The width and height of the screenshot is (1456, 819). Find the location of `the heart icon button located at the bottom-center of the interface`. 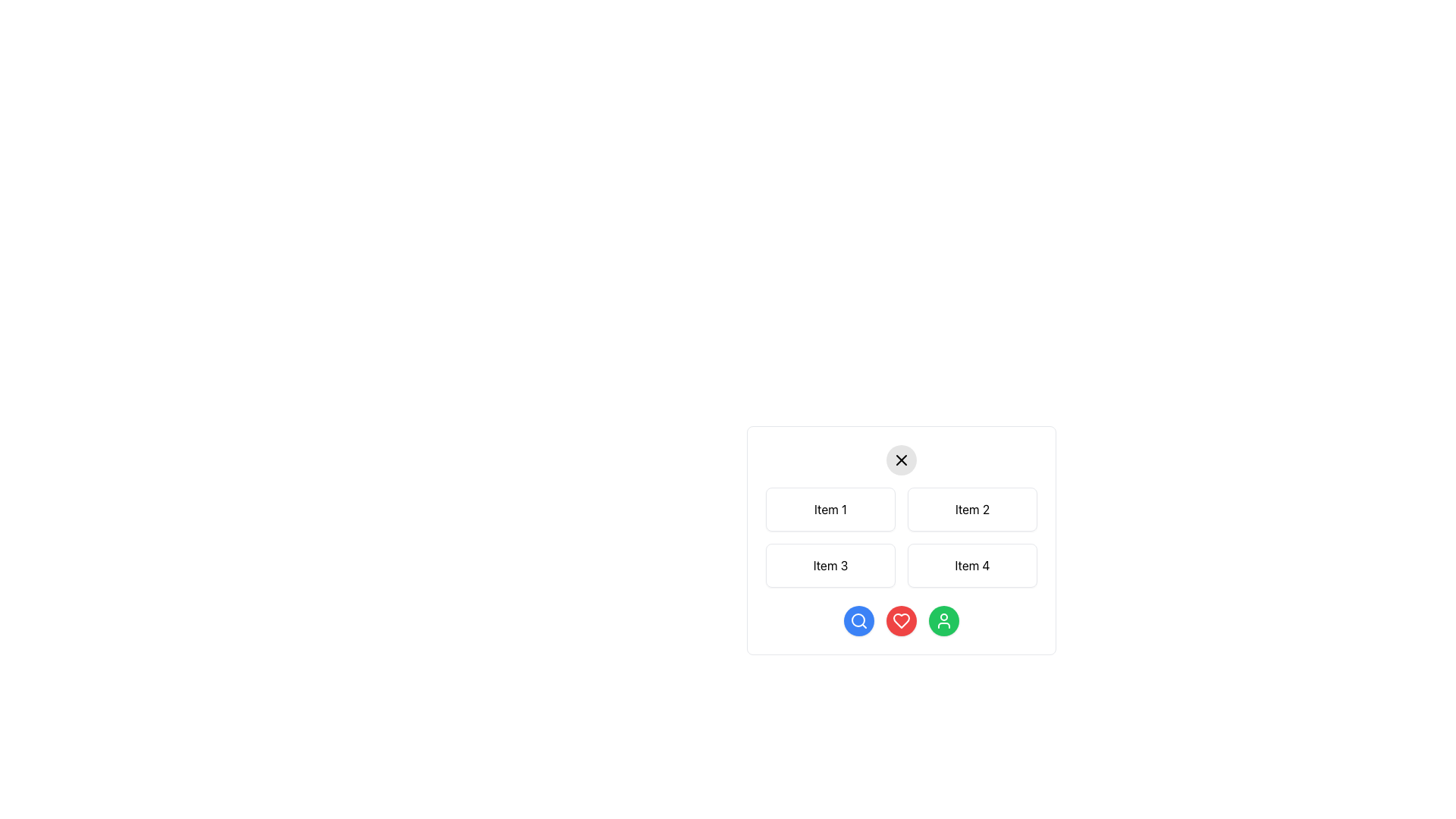

the heart icon button located at the bottom-center of the interface is located at coordinates (902, 620).